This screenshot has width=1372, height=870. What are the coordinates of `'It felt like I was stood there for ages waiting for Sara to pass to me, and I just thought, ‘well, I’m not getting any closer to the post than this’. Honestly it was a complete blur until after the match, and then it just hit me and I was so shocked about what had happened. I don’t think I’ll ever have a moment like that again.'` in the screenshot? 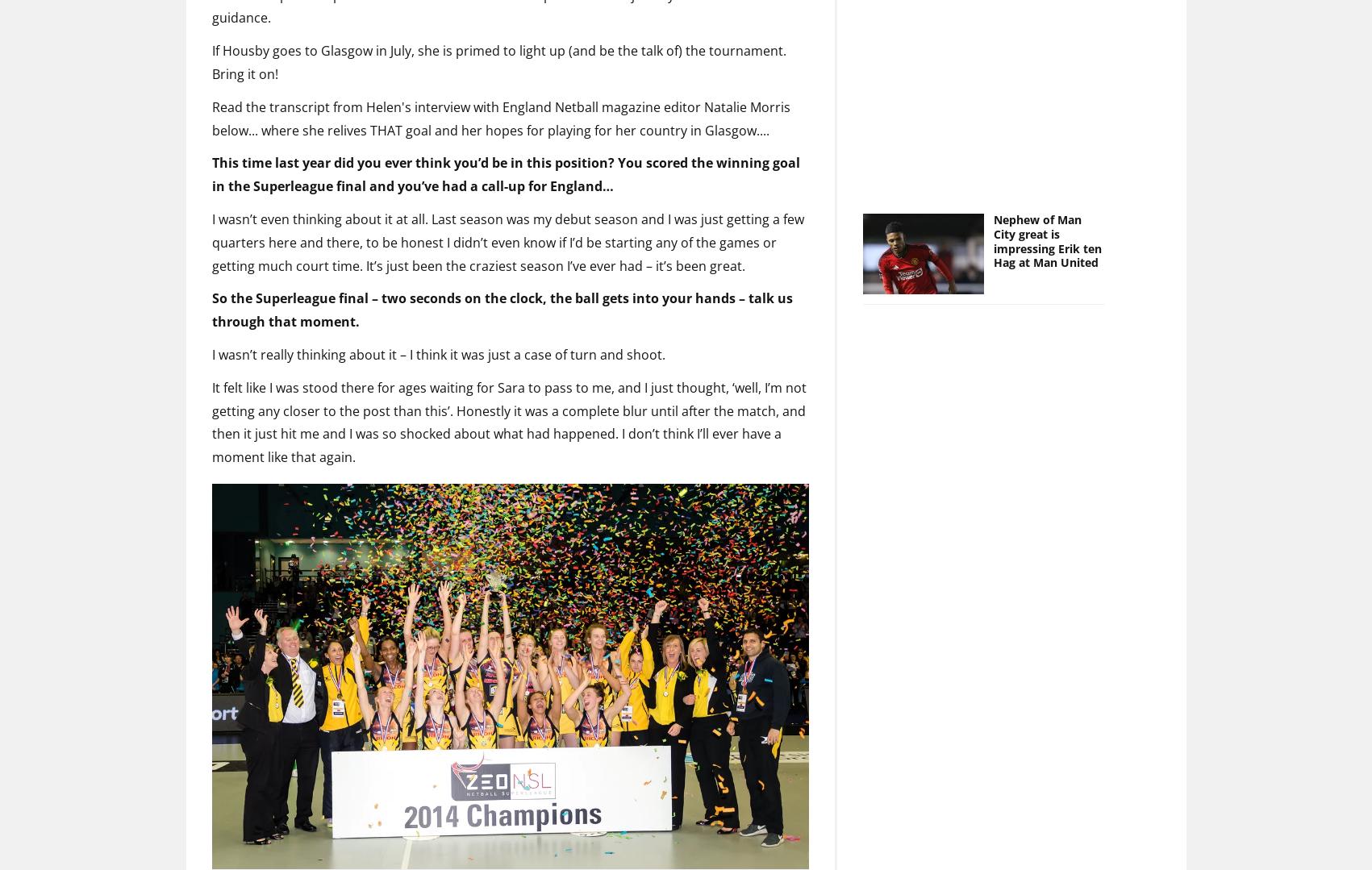 It's located at (507, 394).